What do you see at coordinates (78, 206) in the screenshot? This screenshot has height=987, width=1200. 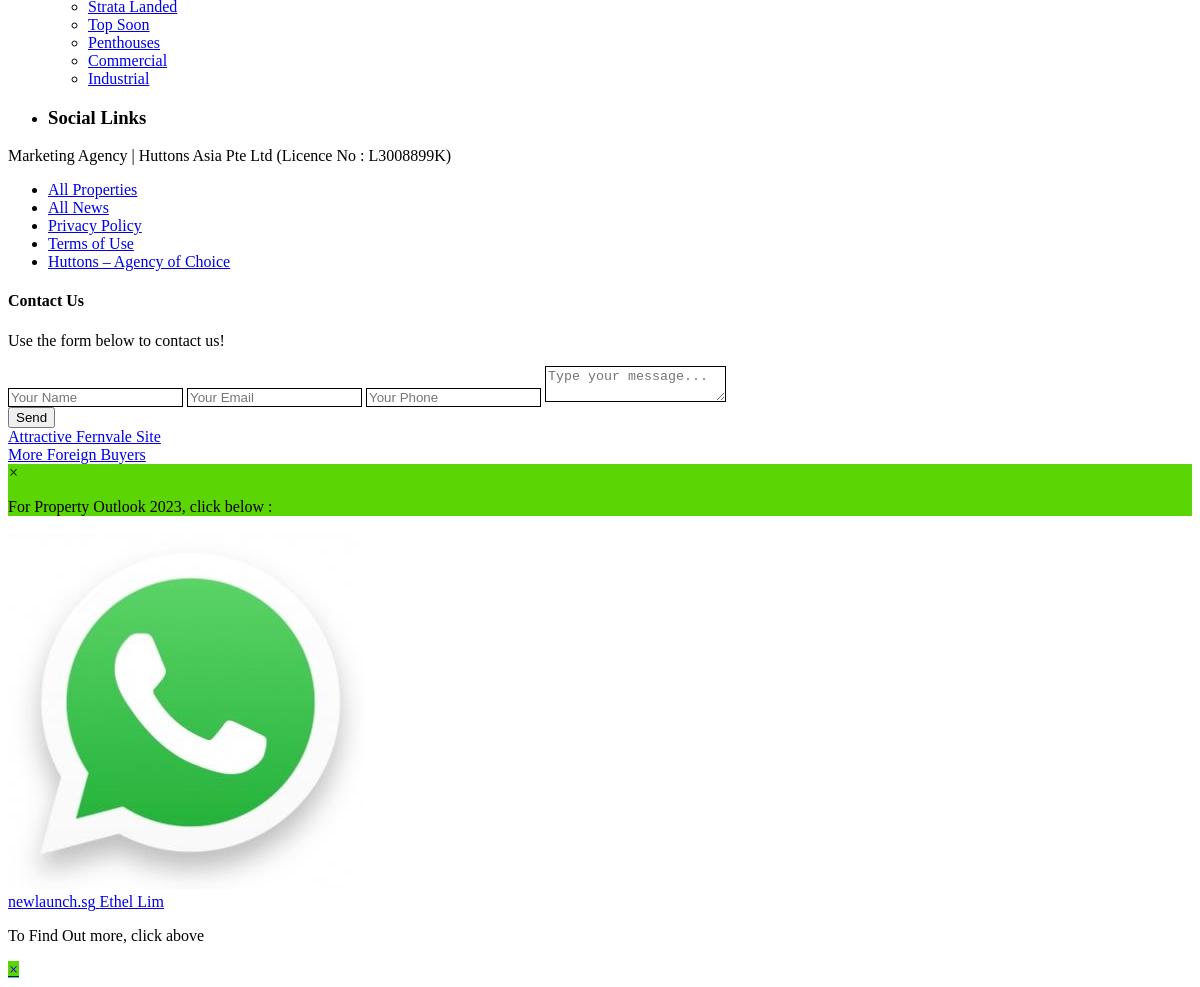 I see `'All News'` at bounding box center [78, 206].